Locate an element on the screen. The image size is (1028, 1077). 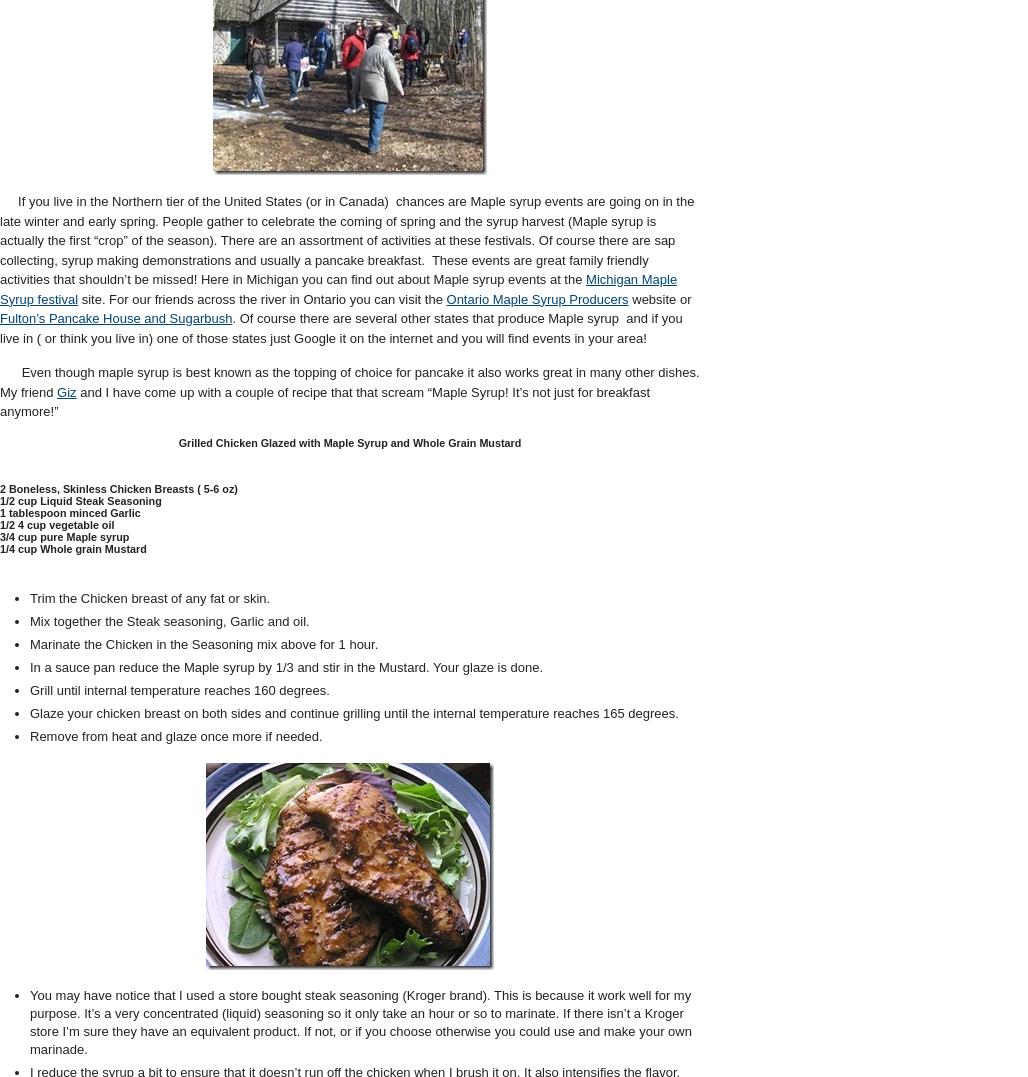
'. Of course there are several other states that produce Maple syrup  and if you live in ( or think you live in) one of those states just Google it on the internet and you will find events in your area!' is located at coordinates (339, 327).